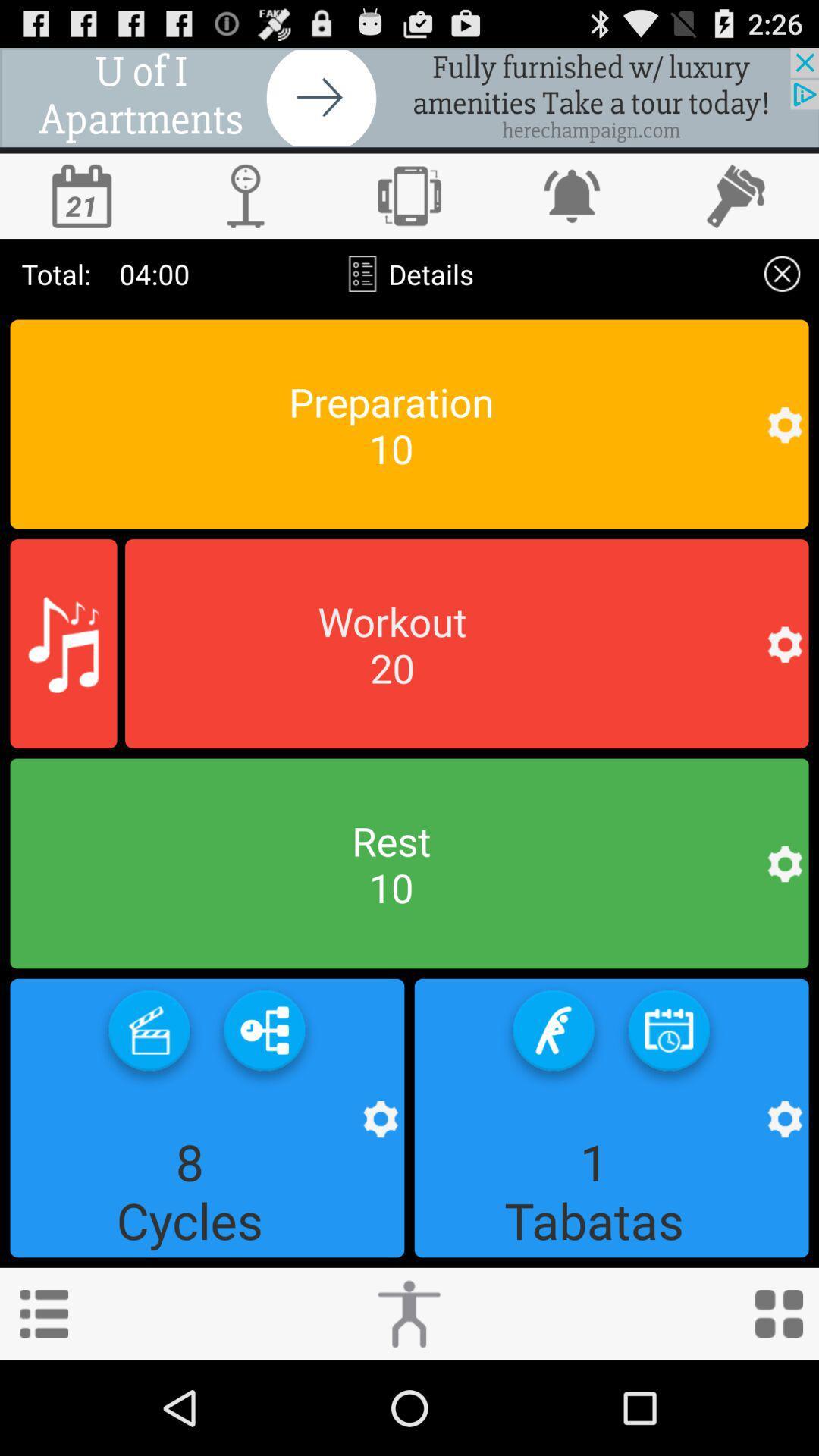 This screenshot has height=1456, width=819. What do you see at coordinates (668, 1109) in the screenshot?
I see `the date_range icon` at bounding box center [668, 1109].